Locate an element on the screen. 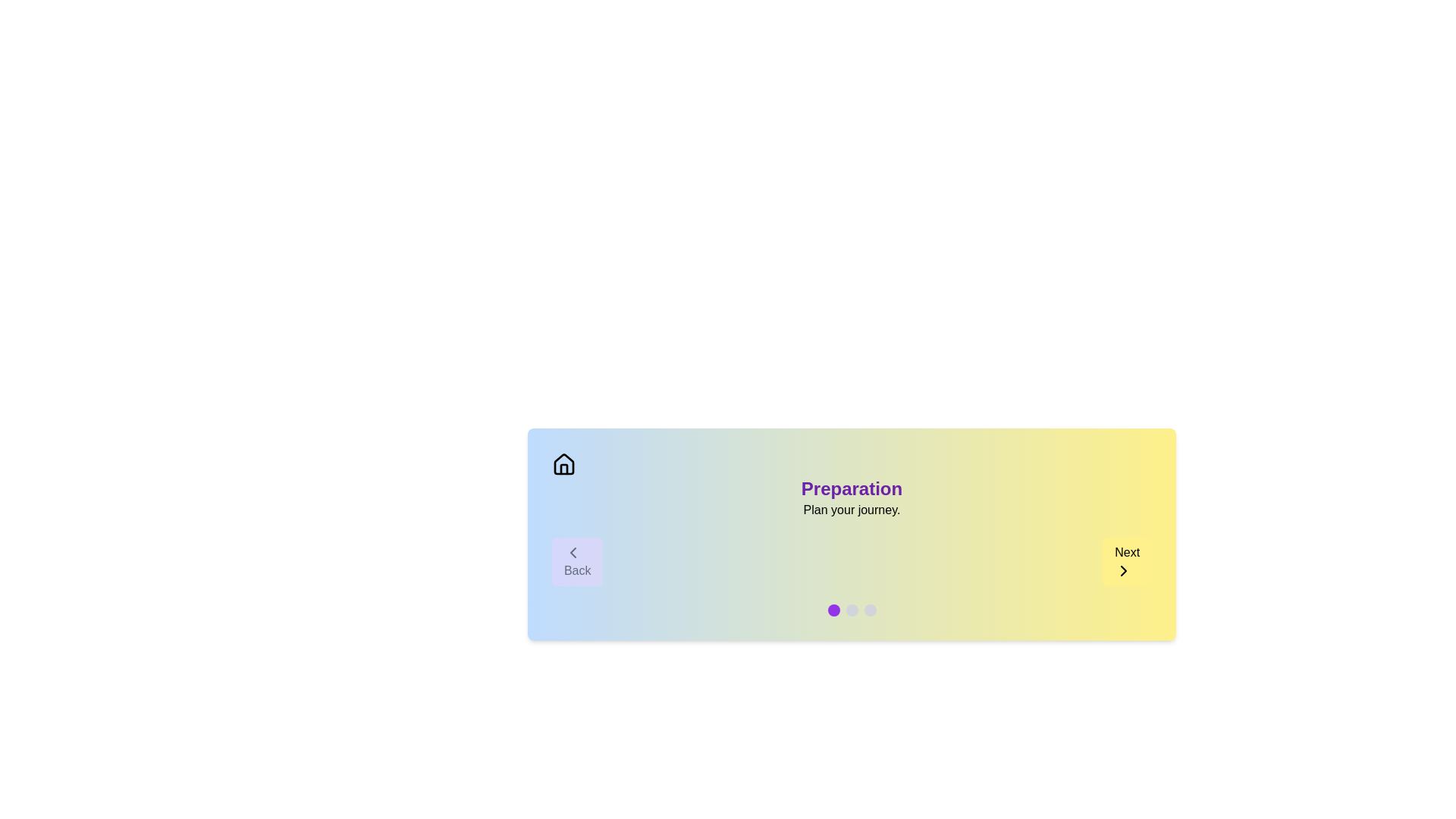 This screenshot has height=819, width=1456. the description text to inspect it is located at coordinates (852, 510).